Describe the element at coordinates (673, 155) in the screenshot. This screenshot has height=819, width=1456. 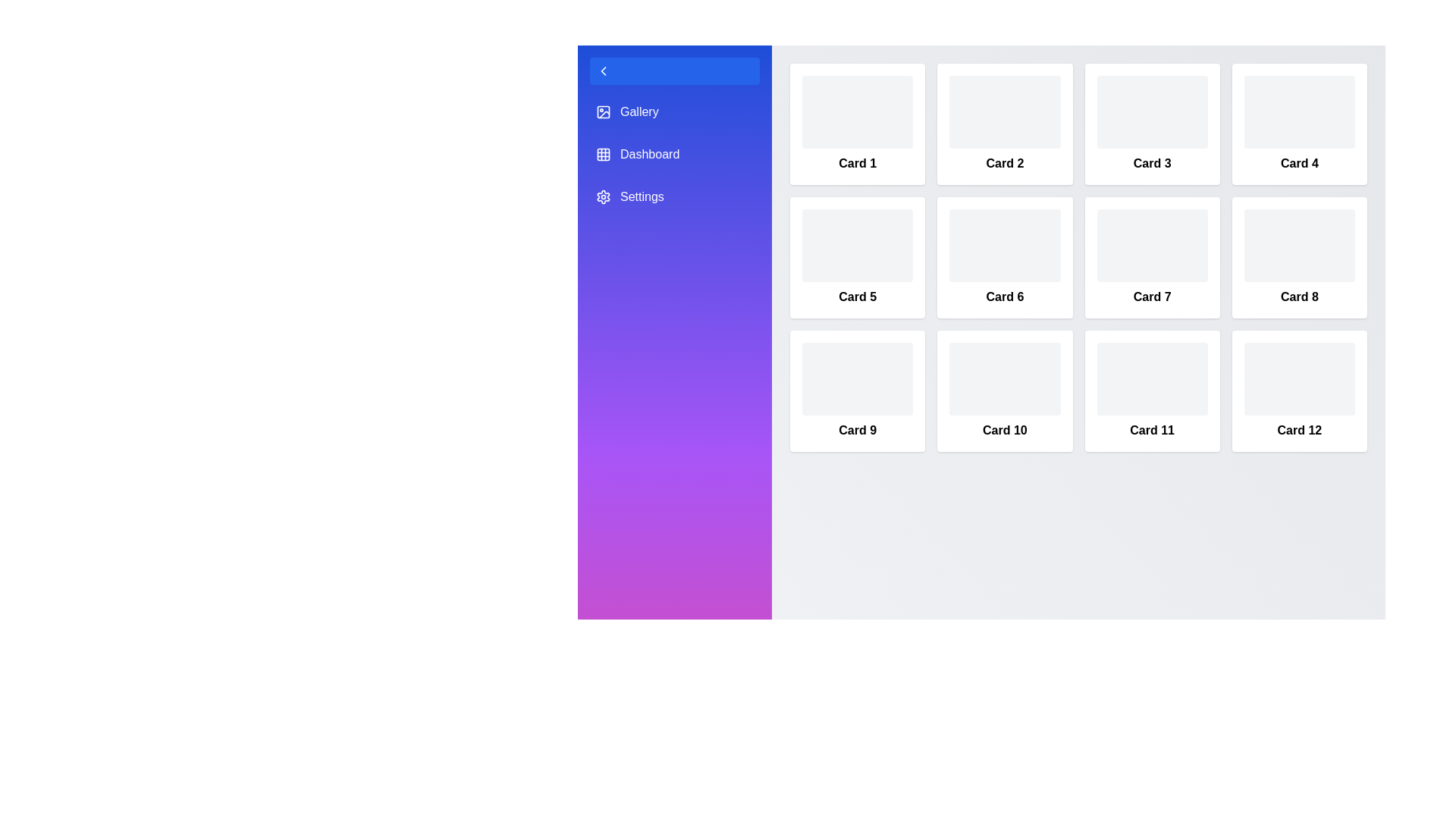
I see `the sidebar item labeled Dashboard` at that location.